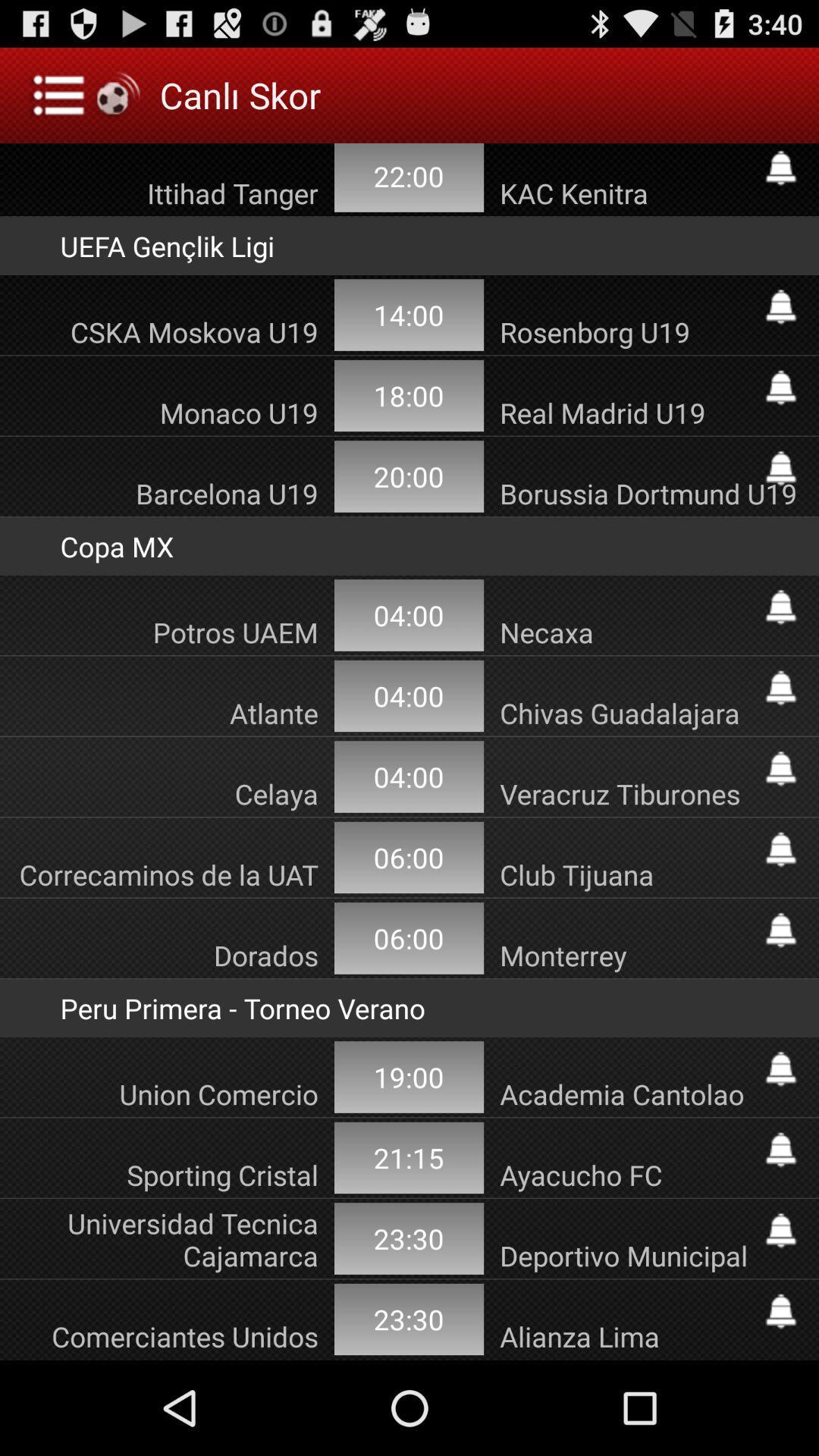  I want to click on follow the match, so click(780, 1230).